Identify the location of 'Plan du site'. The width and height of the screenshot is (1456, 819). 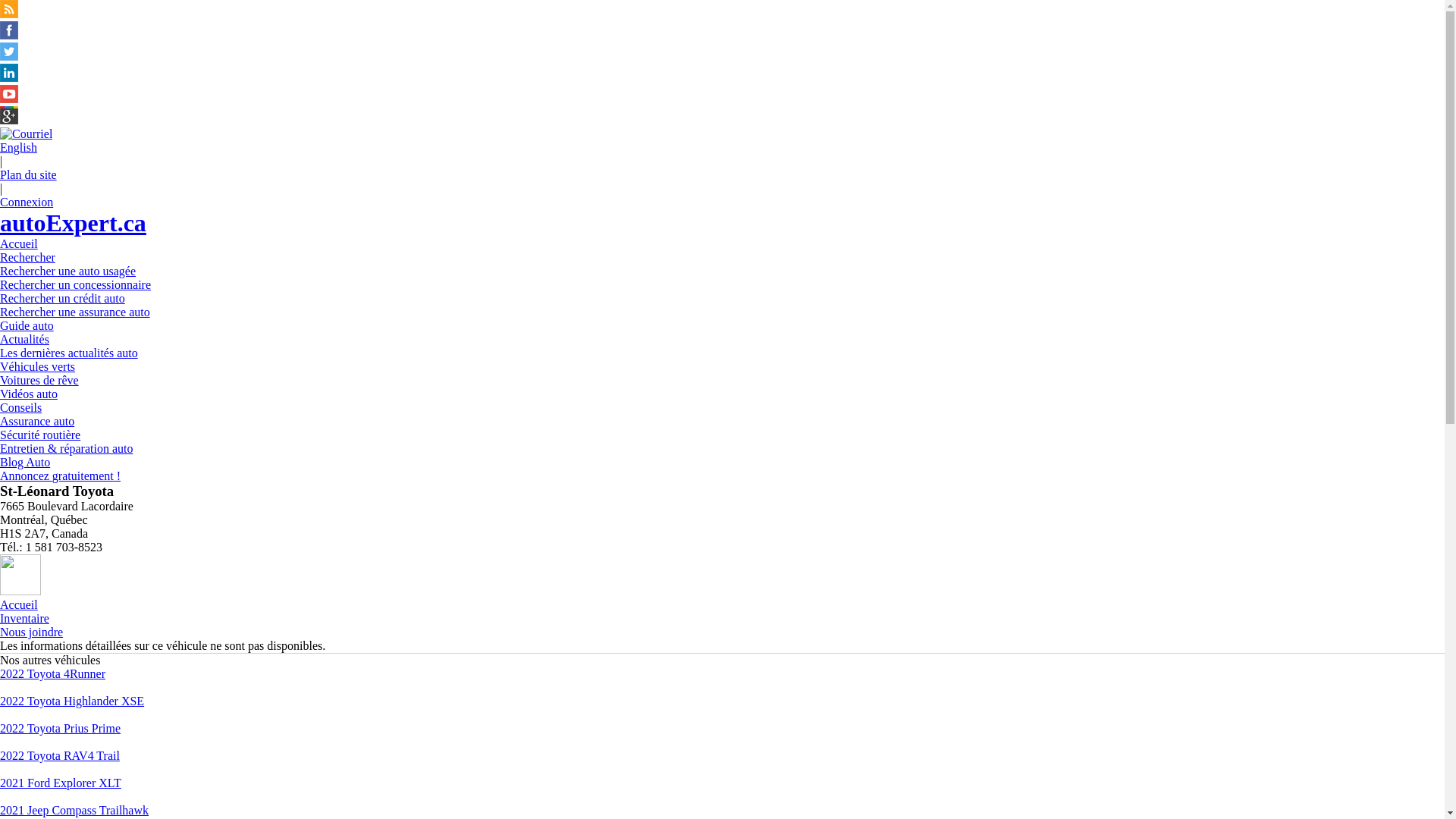
(0, 174).